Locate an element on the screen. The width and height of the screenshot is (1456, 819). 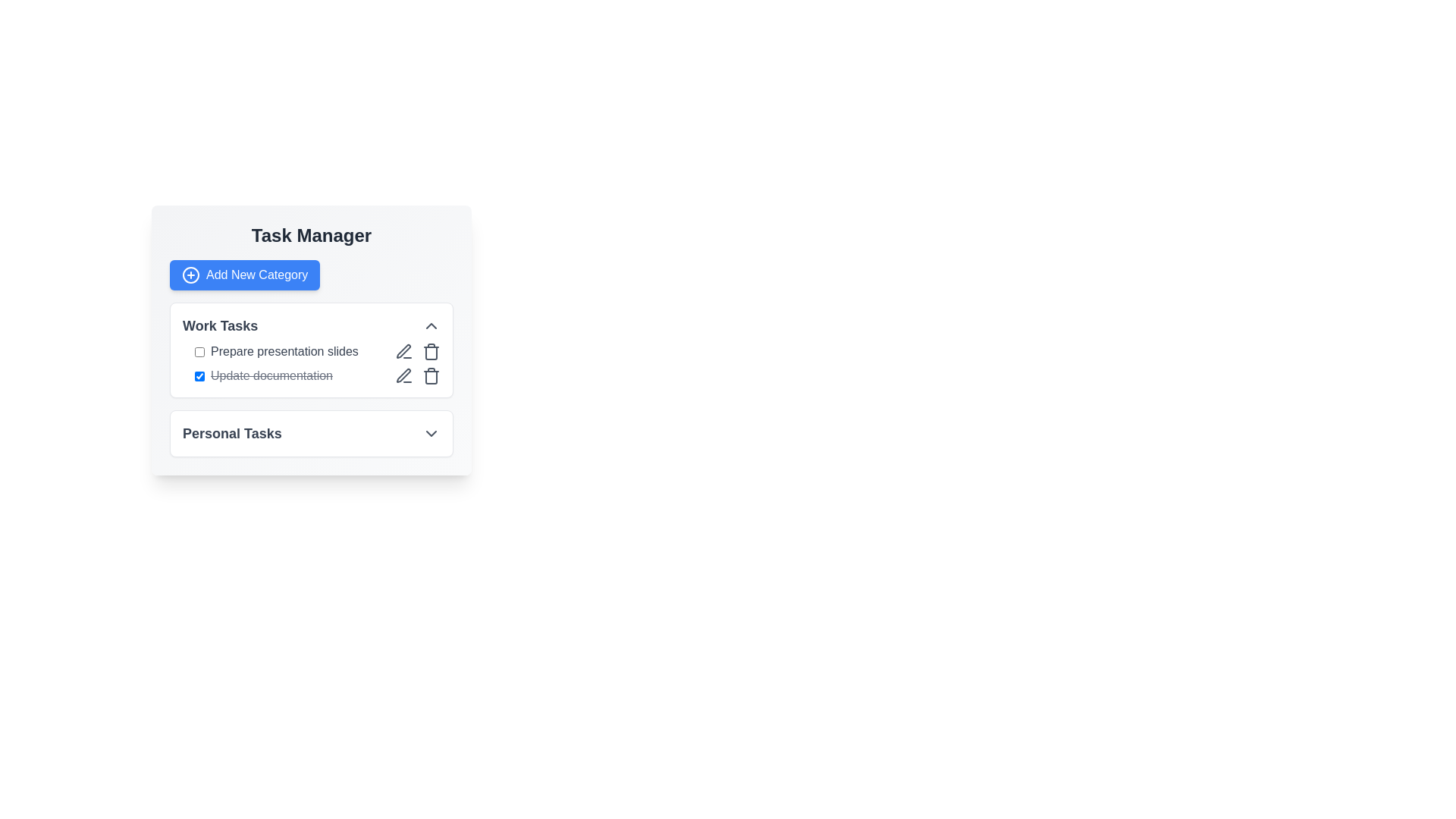
the label displaying 'Update documentation' which indicates a completed task for context options is located at coordinates (316, 375).